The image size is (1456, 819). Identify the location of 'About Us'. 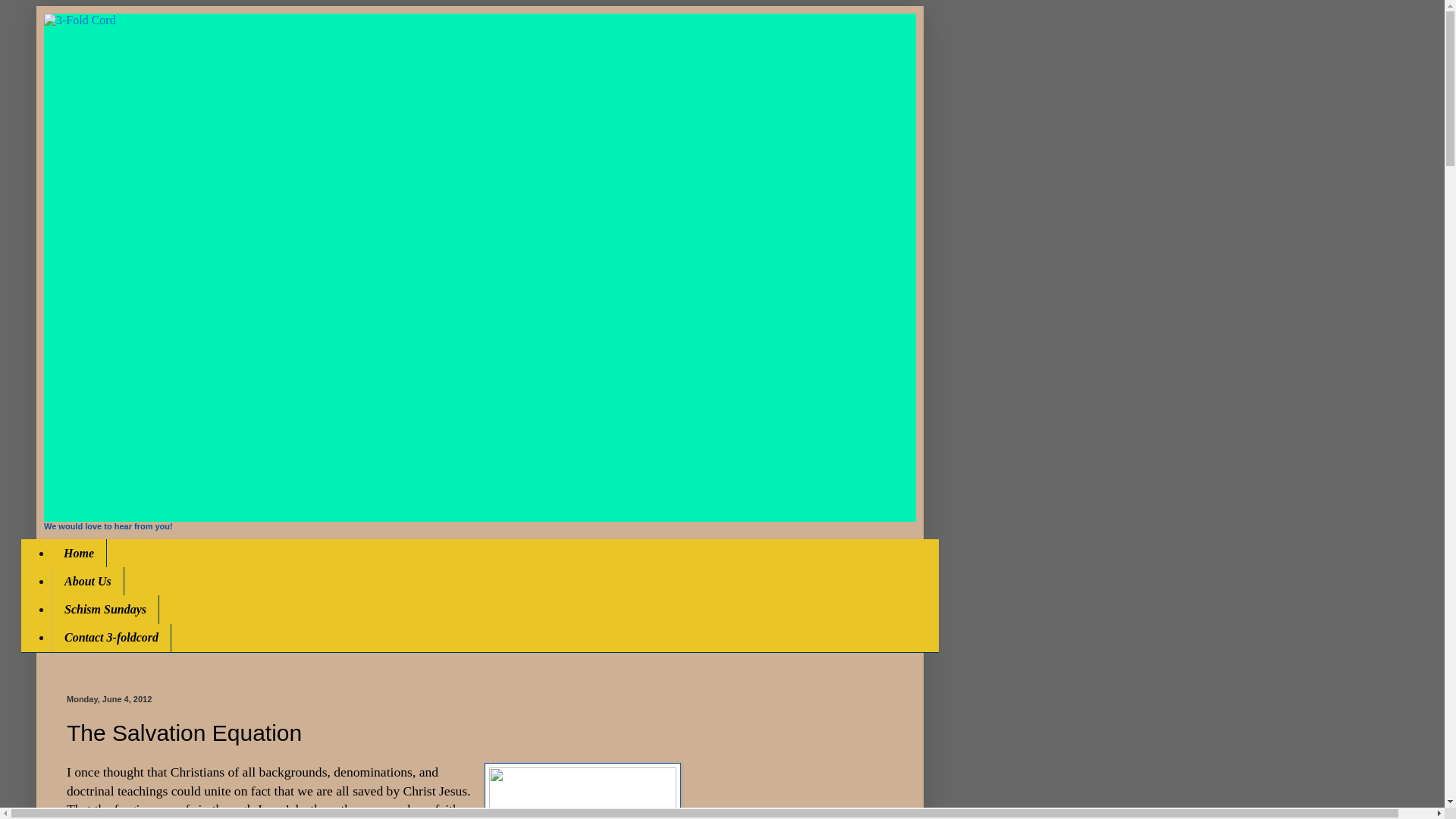
(51, 580).